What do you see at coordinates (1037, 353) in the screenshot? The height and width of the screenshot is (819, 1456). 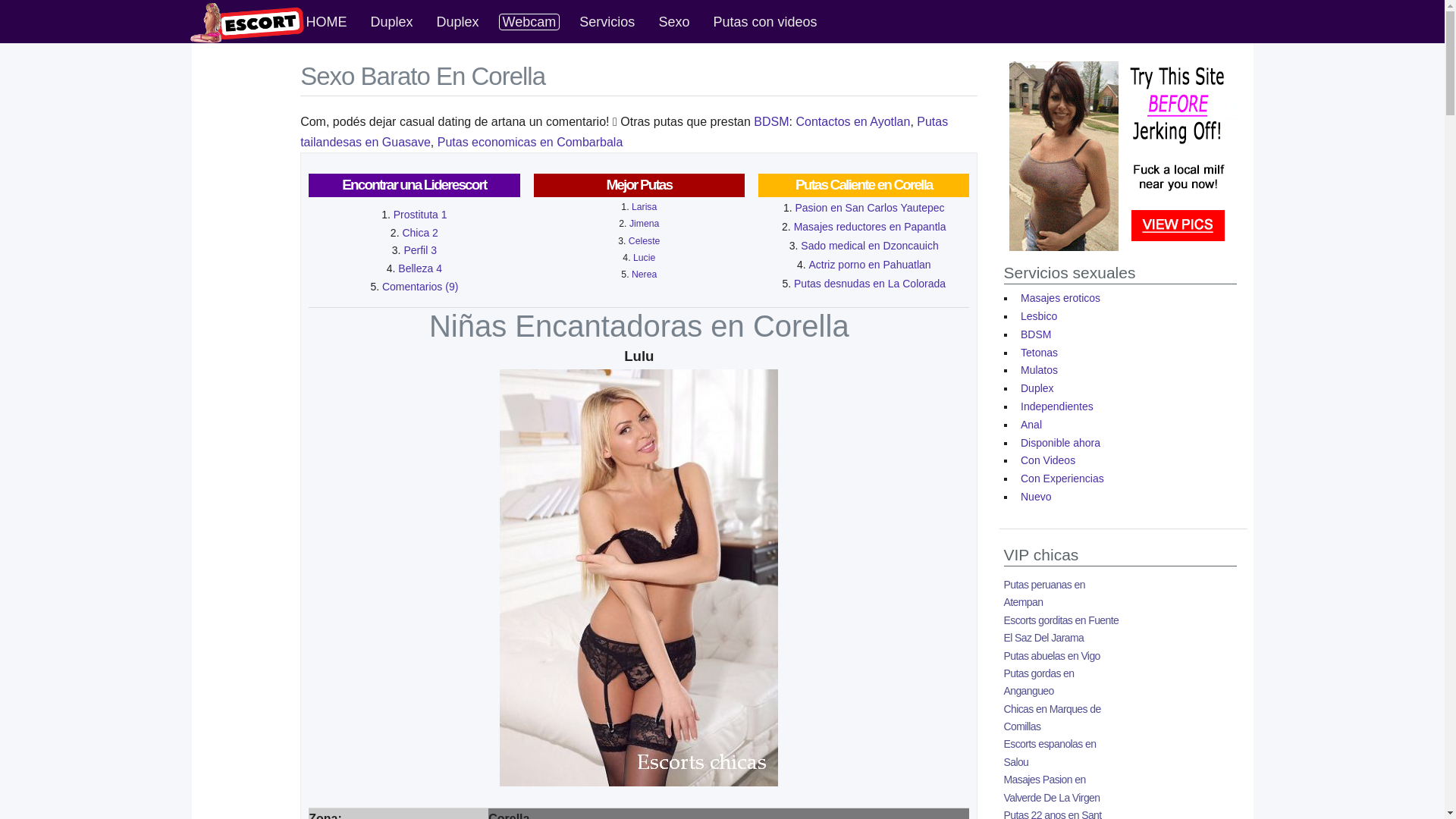 I see `'Tetonas'` at bounding box center [1037, 353].